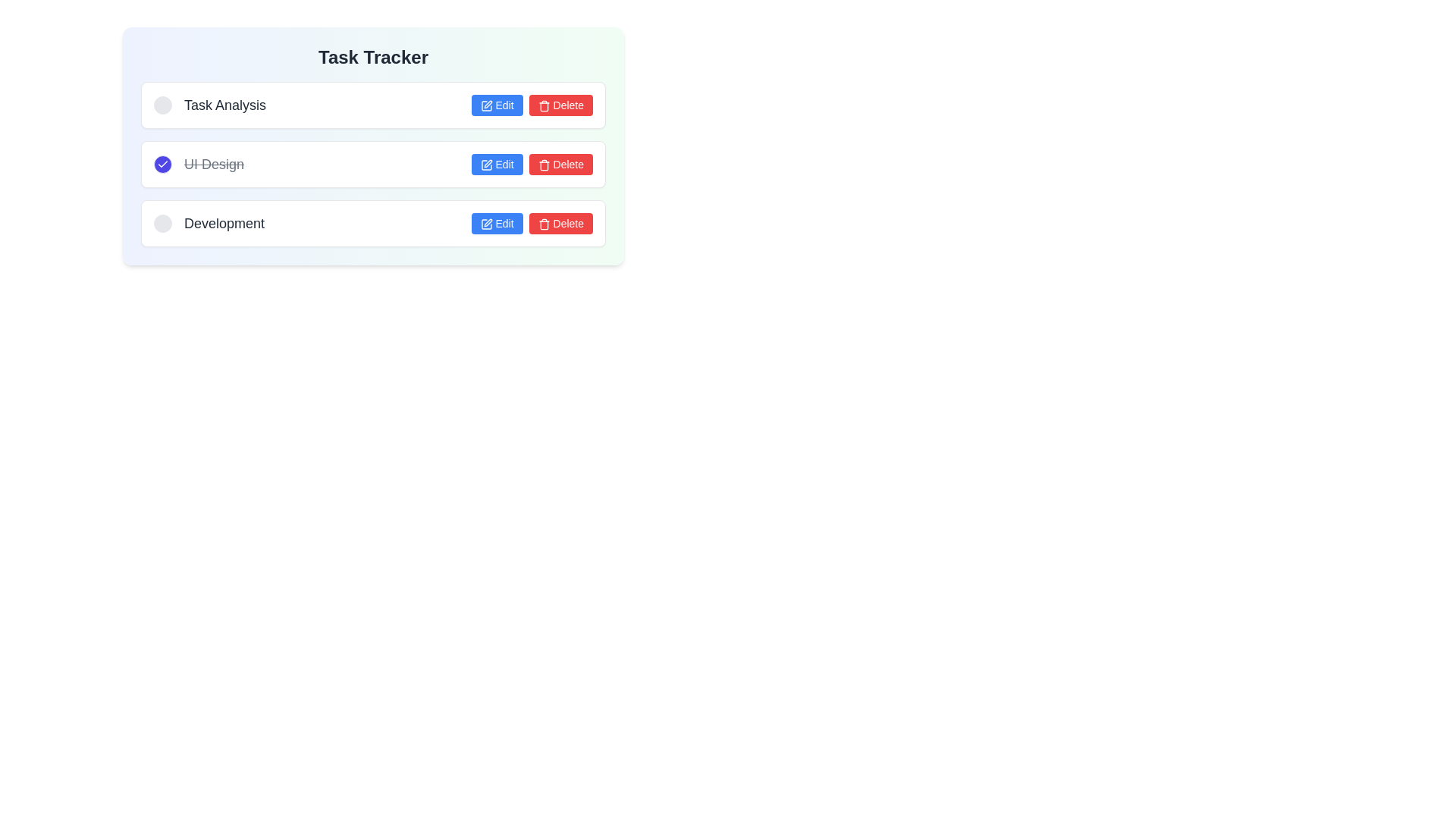  I want to click on the blue circular checkbox with a white checkmark icon located to the left of the 'UI Design' text in the second task row, so click(163, 164).